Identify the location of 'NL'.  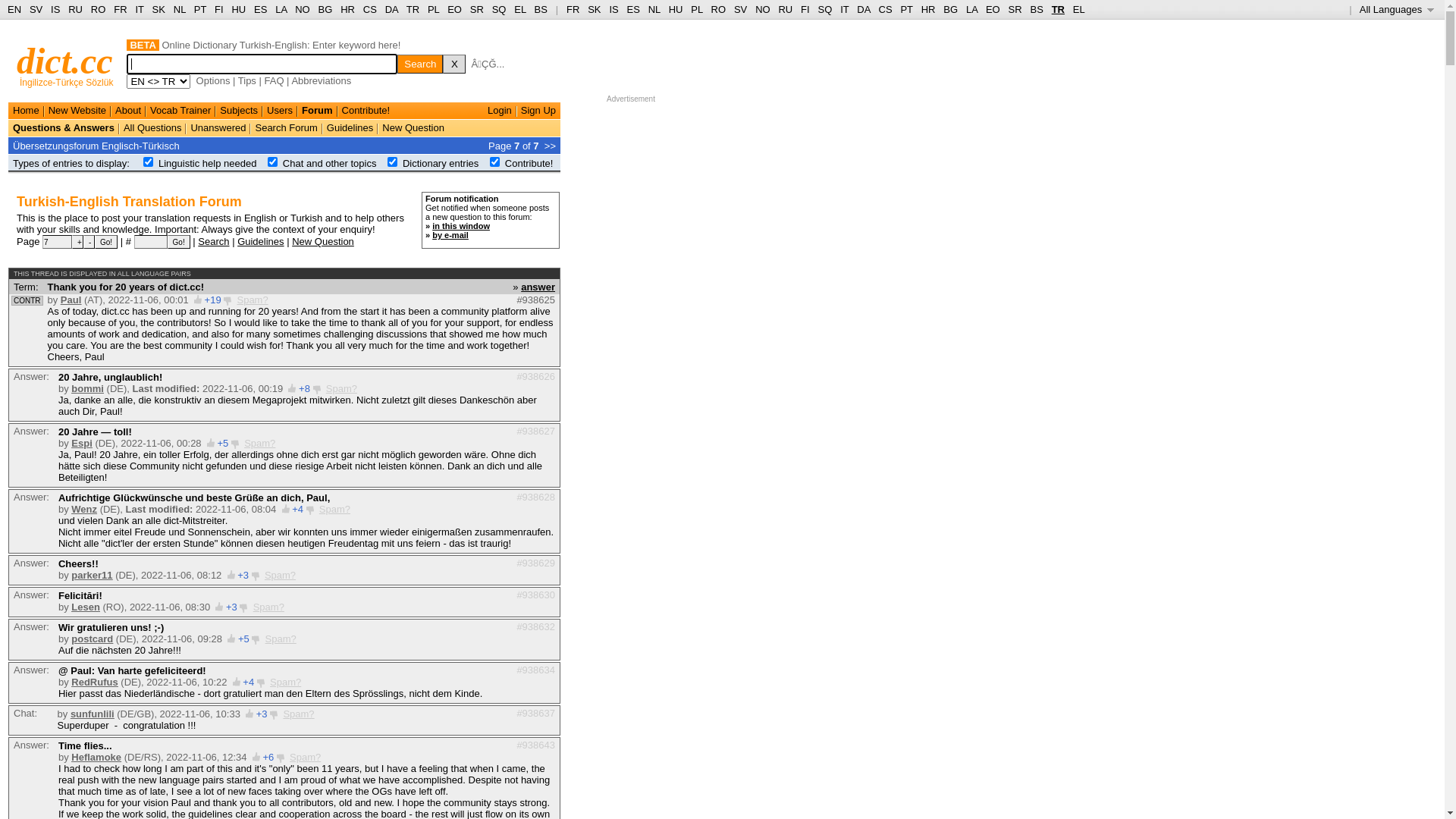
(179, 9).